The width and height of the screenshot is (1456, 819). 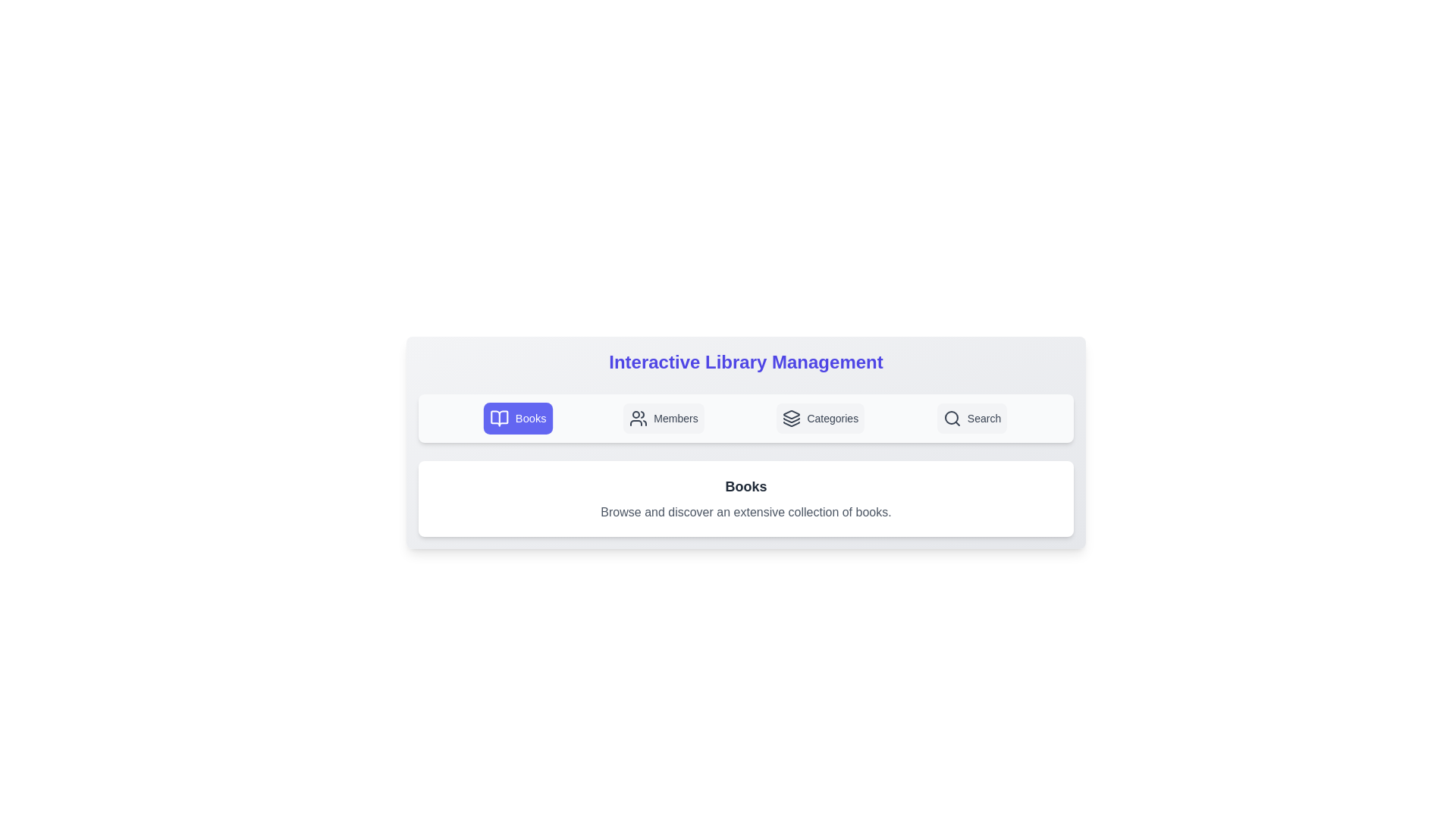 I want to click on the button for books located in the top navigation bar, so click(x=518, y=418).